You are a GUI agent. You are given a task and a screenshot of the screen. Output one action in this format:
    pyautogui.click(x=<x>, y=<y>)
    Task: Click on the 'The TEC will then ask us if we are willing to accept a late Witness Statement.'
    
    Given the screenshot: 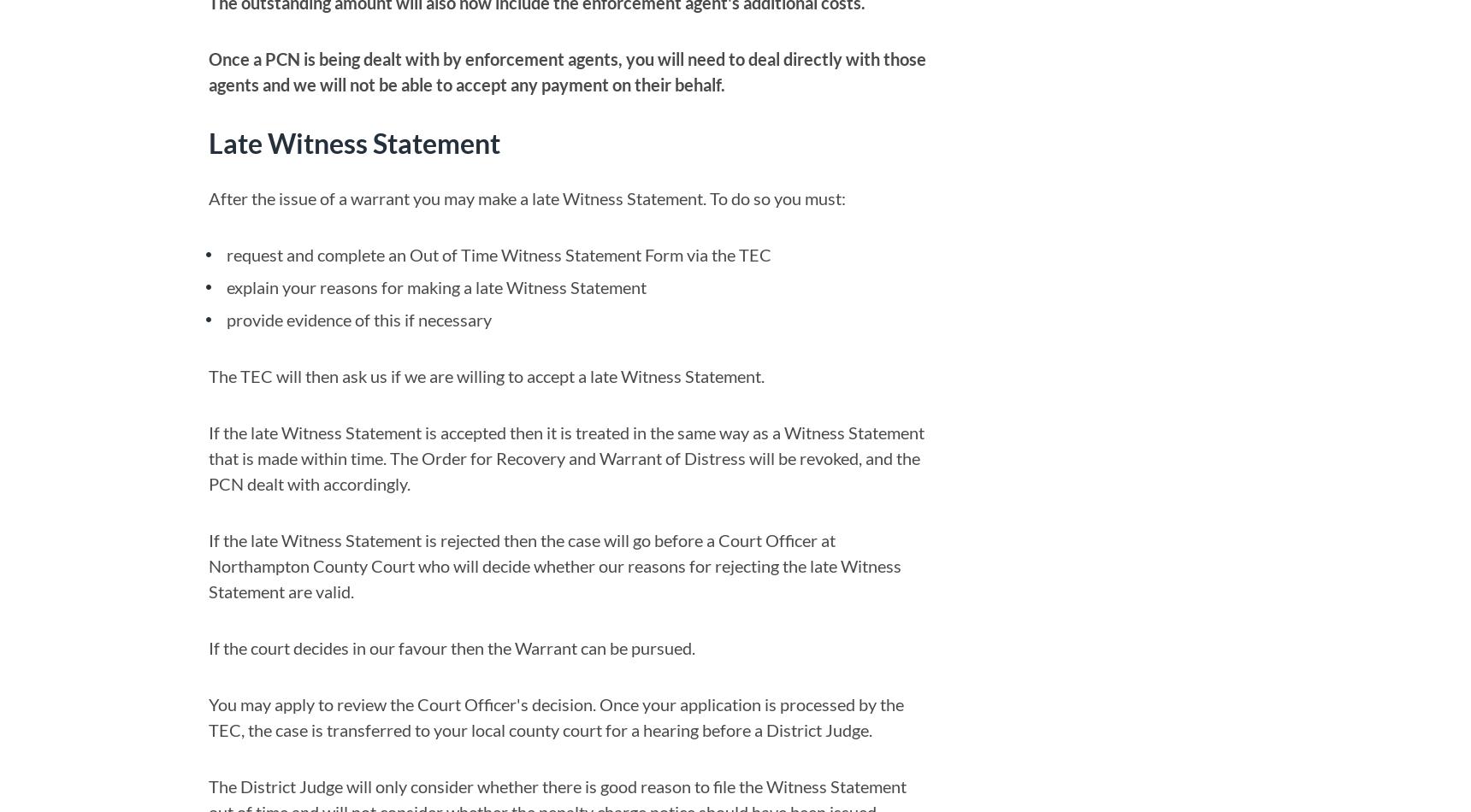 What is the action you would take?
    pyautogui.click(x=486, y=375)
    